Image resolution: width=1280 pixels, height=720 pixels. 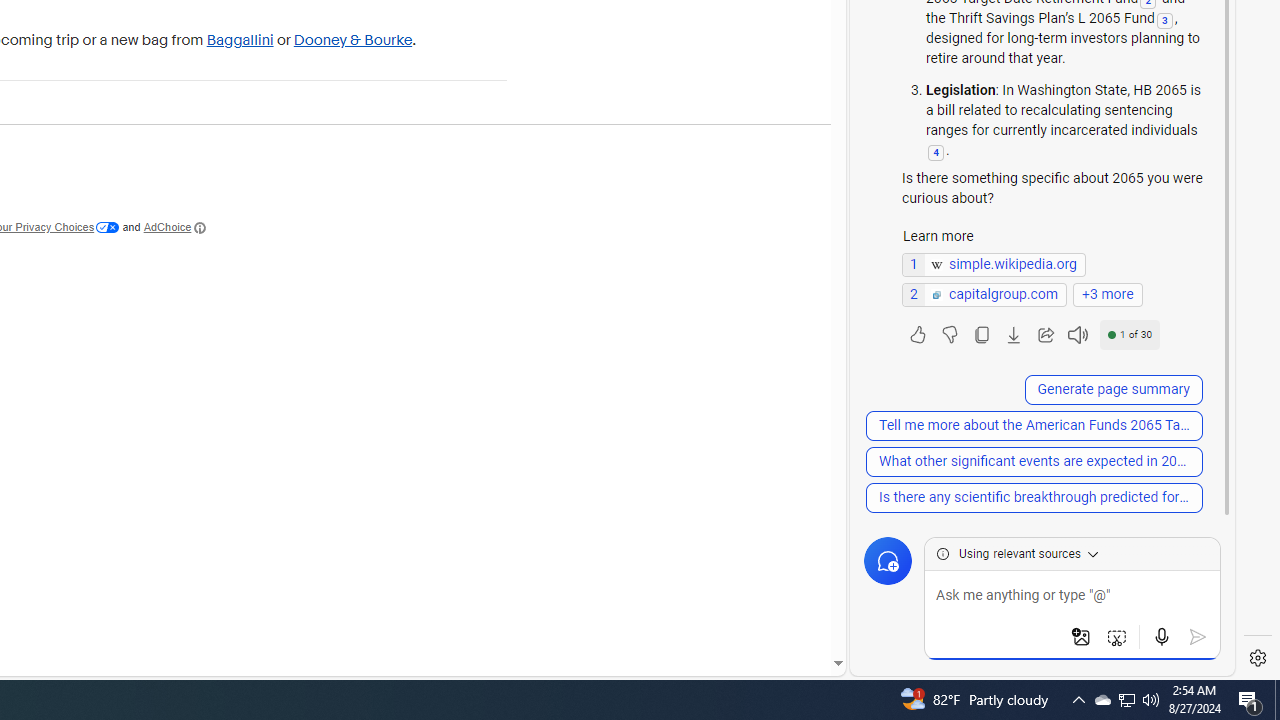 What do you see at coordinates (353, 40) in the screenshot?
I see `'Dooney & Bourke'` at bounding box center [353, 40].